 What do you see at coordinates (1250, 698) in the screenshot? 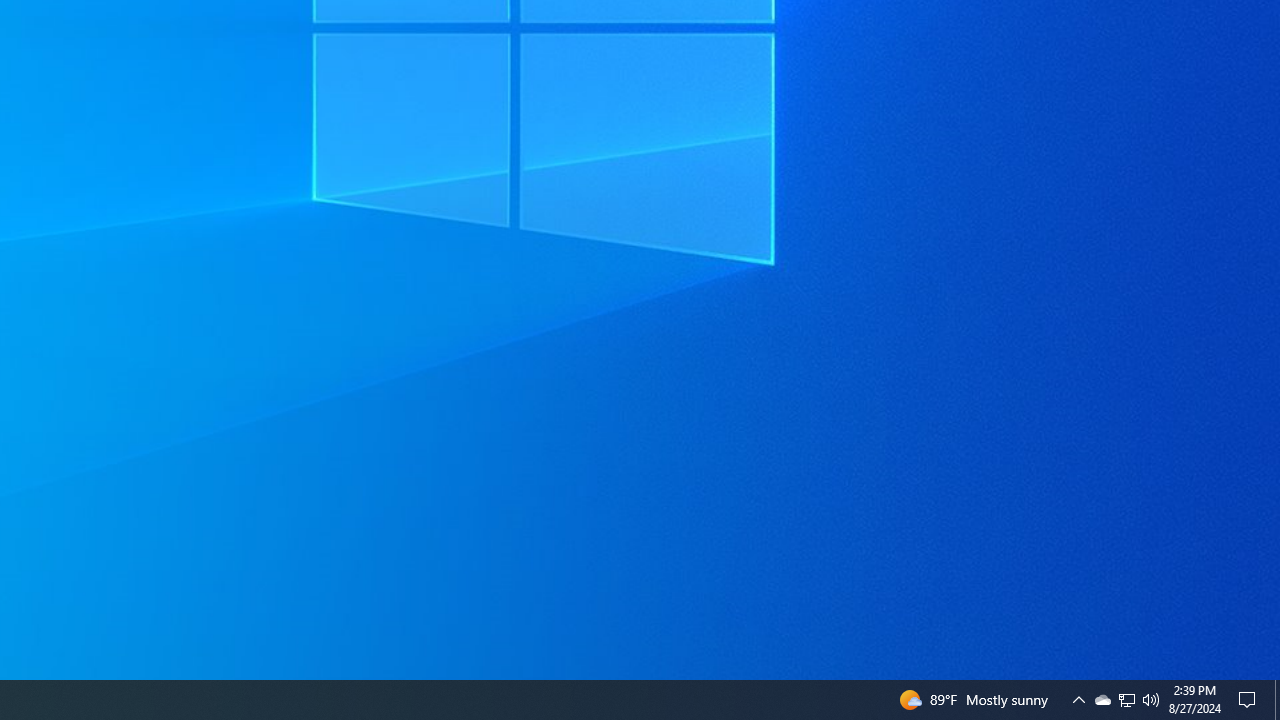
I see `'Action Center, No new notifications'` at bounding box center [1250, 698].